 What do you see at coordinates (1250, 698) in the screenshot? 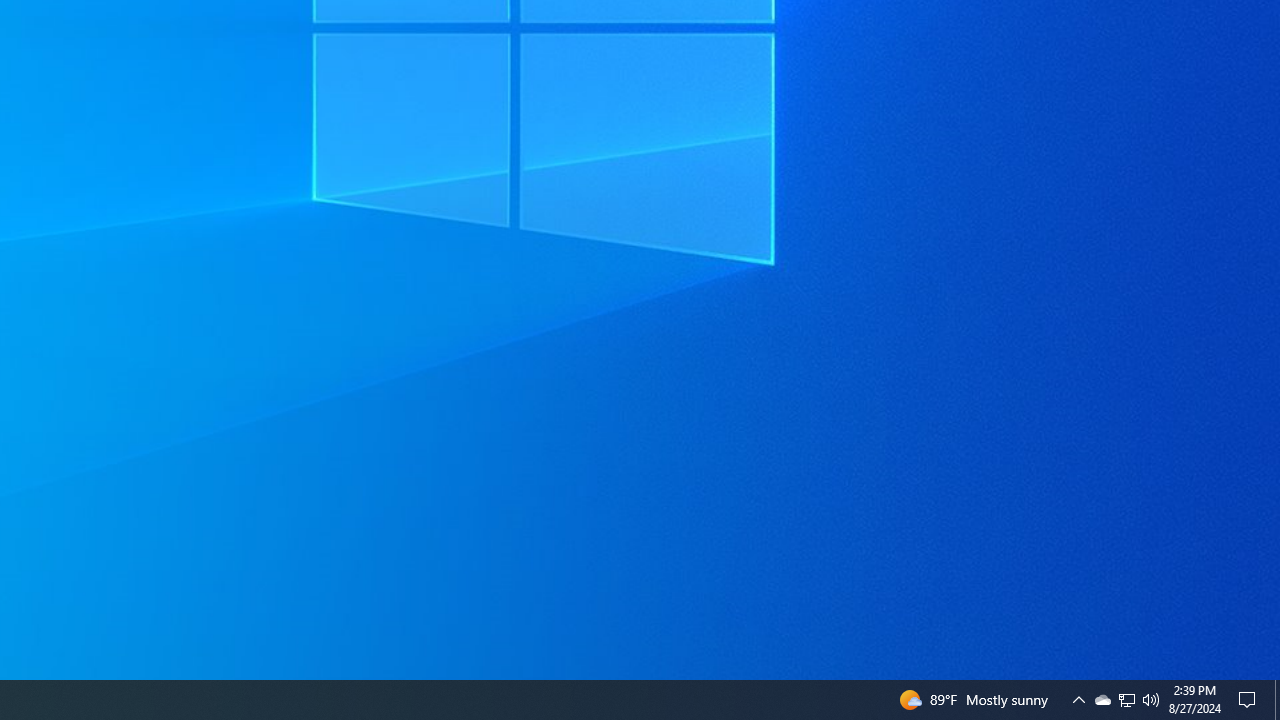
I see `'Action Center, No new notifications'` at bounding box center [1250, 698].